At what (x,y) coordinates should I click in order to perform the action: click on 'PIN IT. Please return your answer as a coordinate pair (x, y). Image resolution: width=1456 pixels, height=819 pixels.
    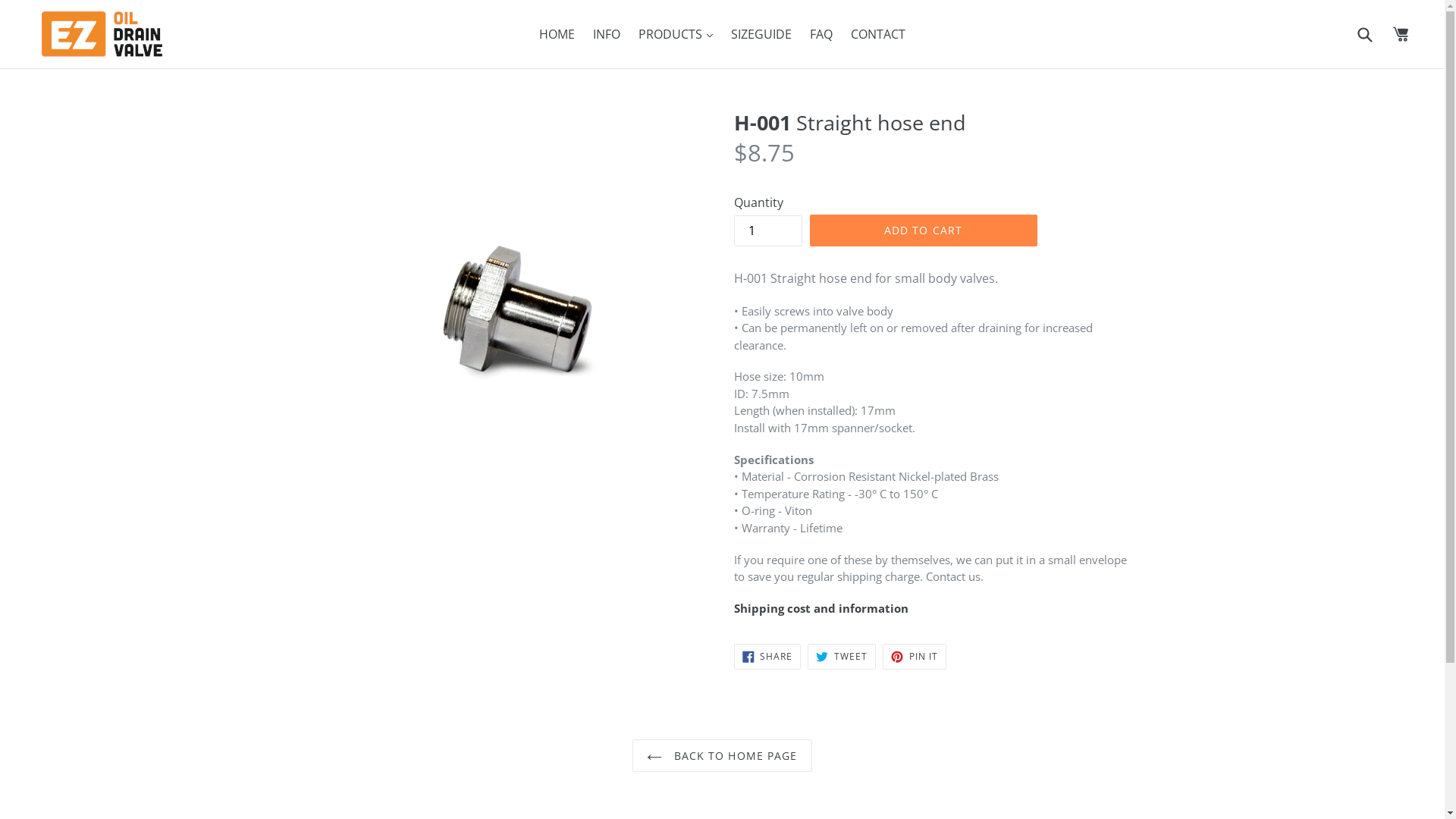
    Looking at the image, I should click on (882, 656).